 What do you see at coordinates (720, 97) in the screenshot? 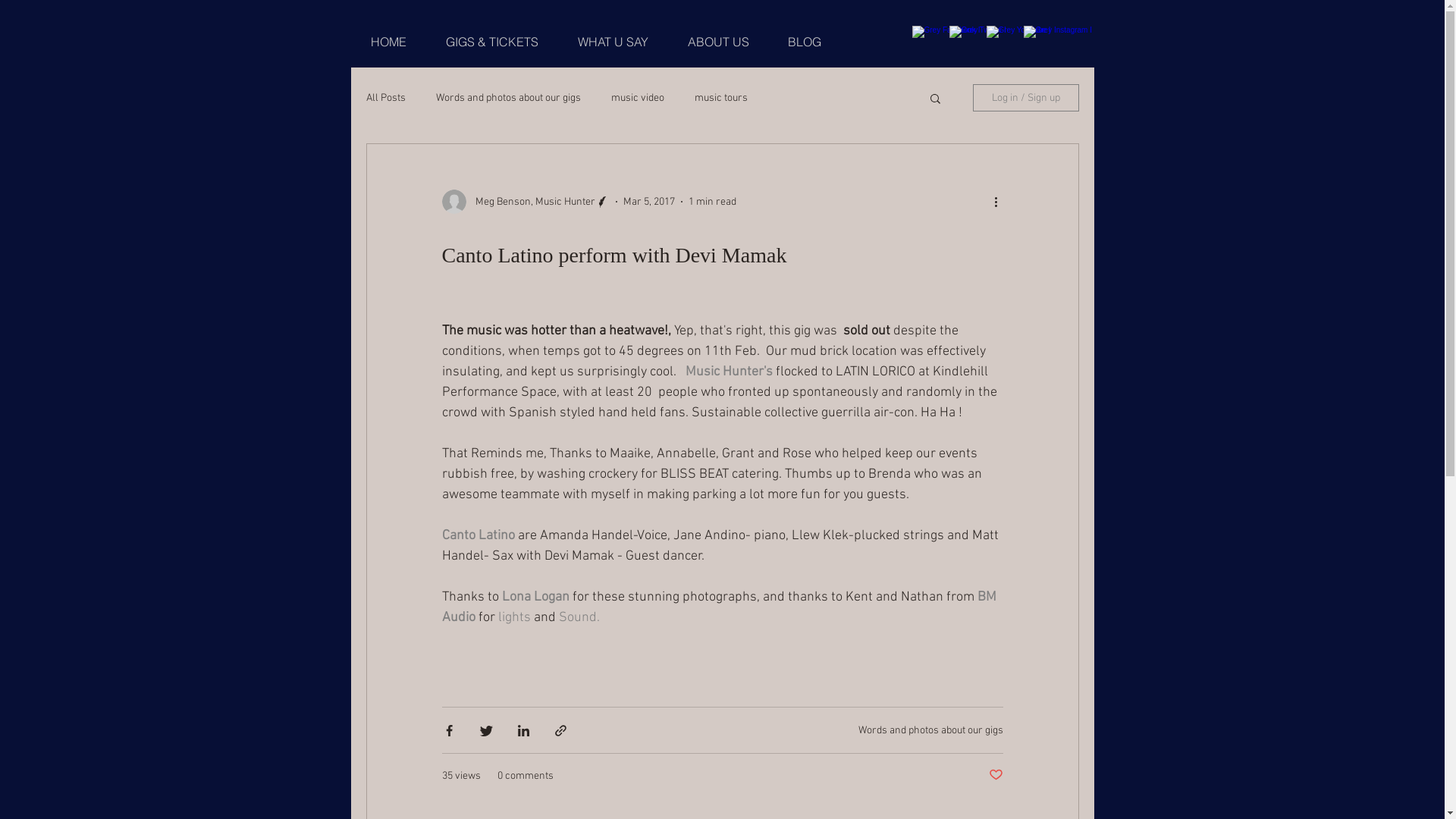
I see `'music tours'` at bounding box center [720, 97].